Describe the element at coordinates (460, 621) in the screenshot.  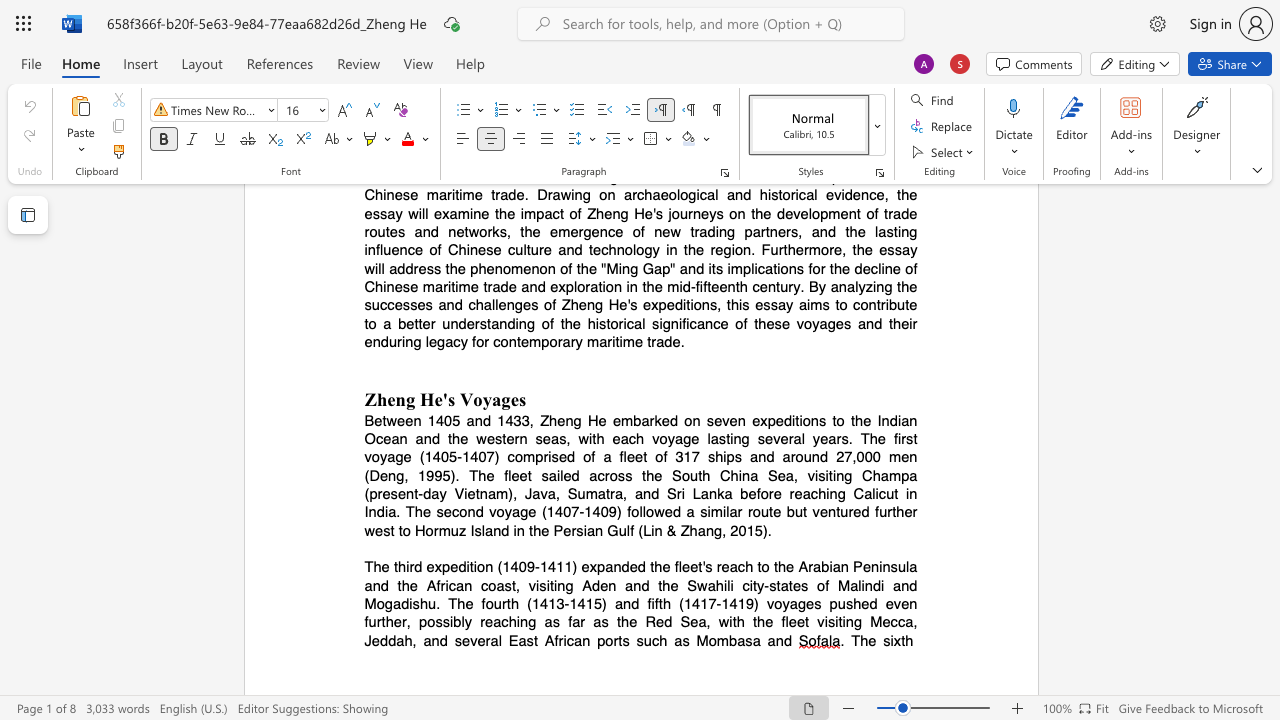
I see `the subset text "ly r" within the text "possibly reaching"` at that location.